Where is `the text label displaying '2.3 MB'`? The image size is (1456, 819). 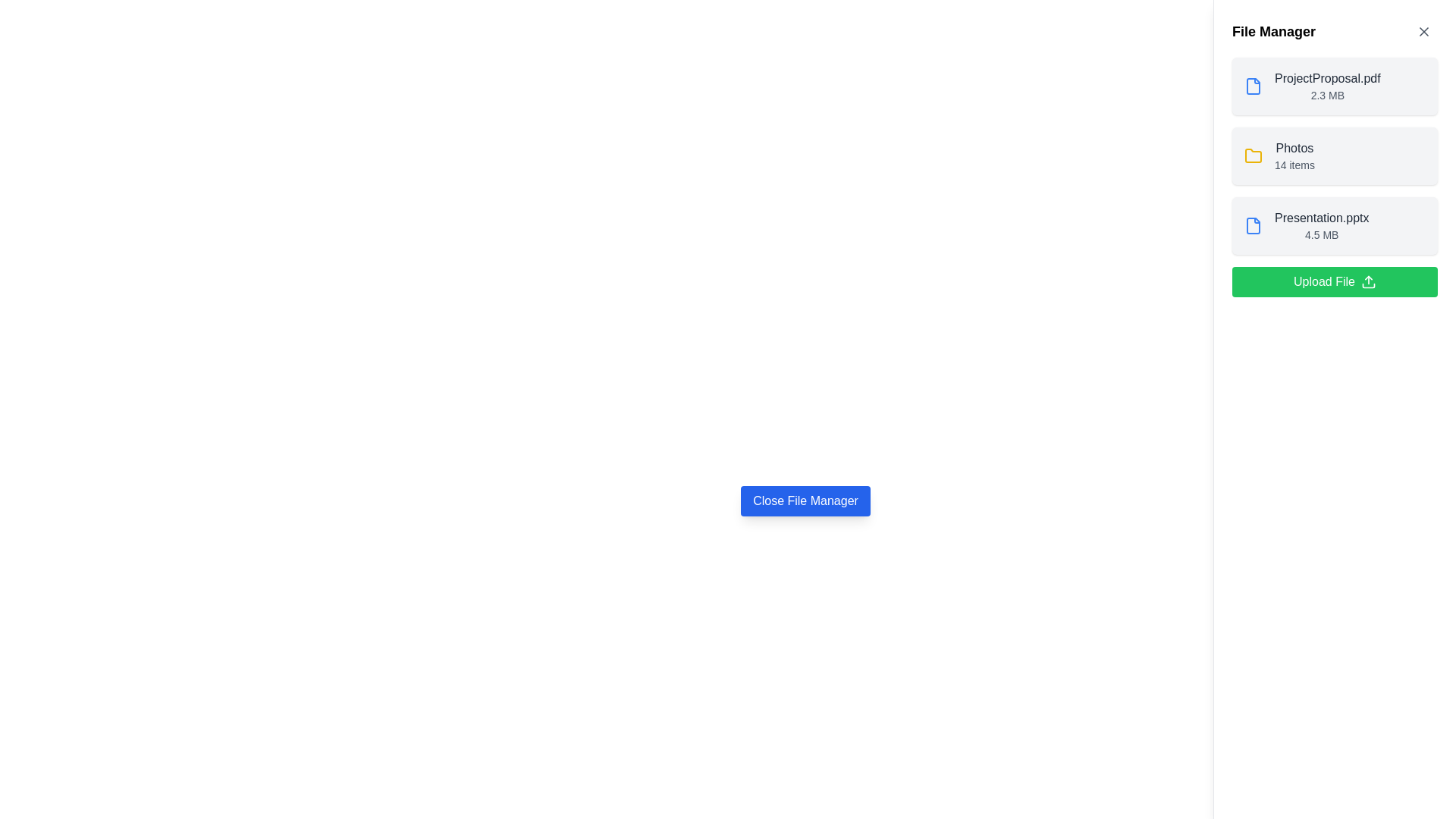
the text label displaying '2.3 MB' is located at coordinates (1326, 96).